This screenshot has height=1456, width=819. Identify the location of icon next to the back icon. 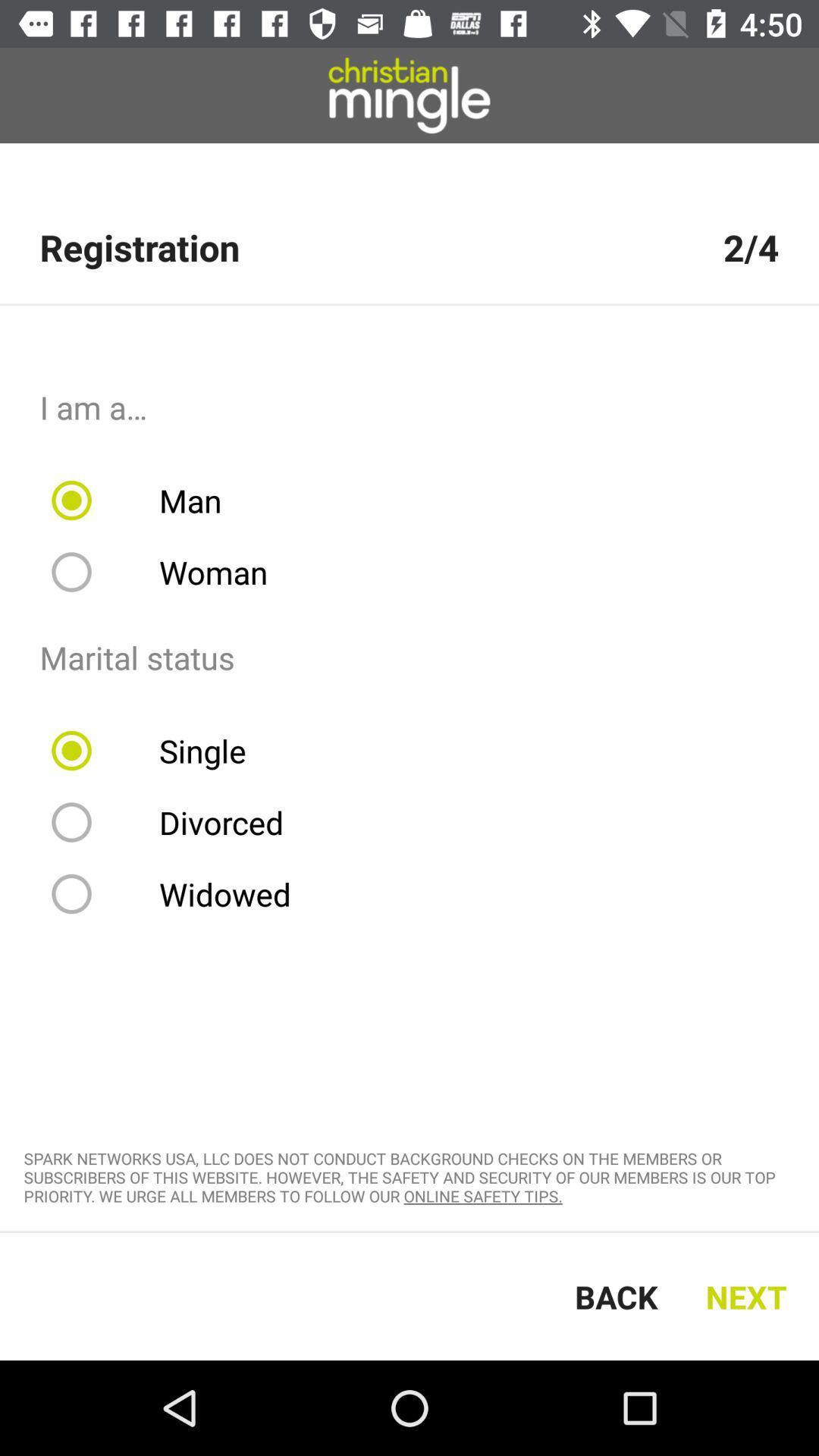
(749, 1295).